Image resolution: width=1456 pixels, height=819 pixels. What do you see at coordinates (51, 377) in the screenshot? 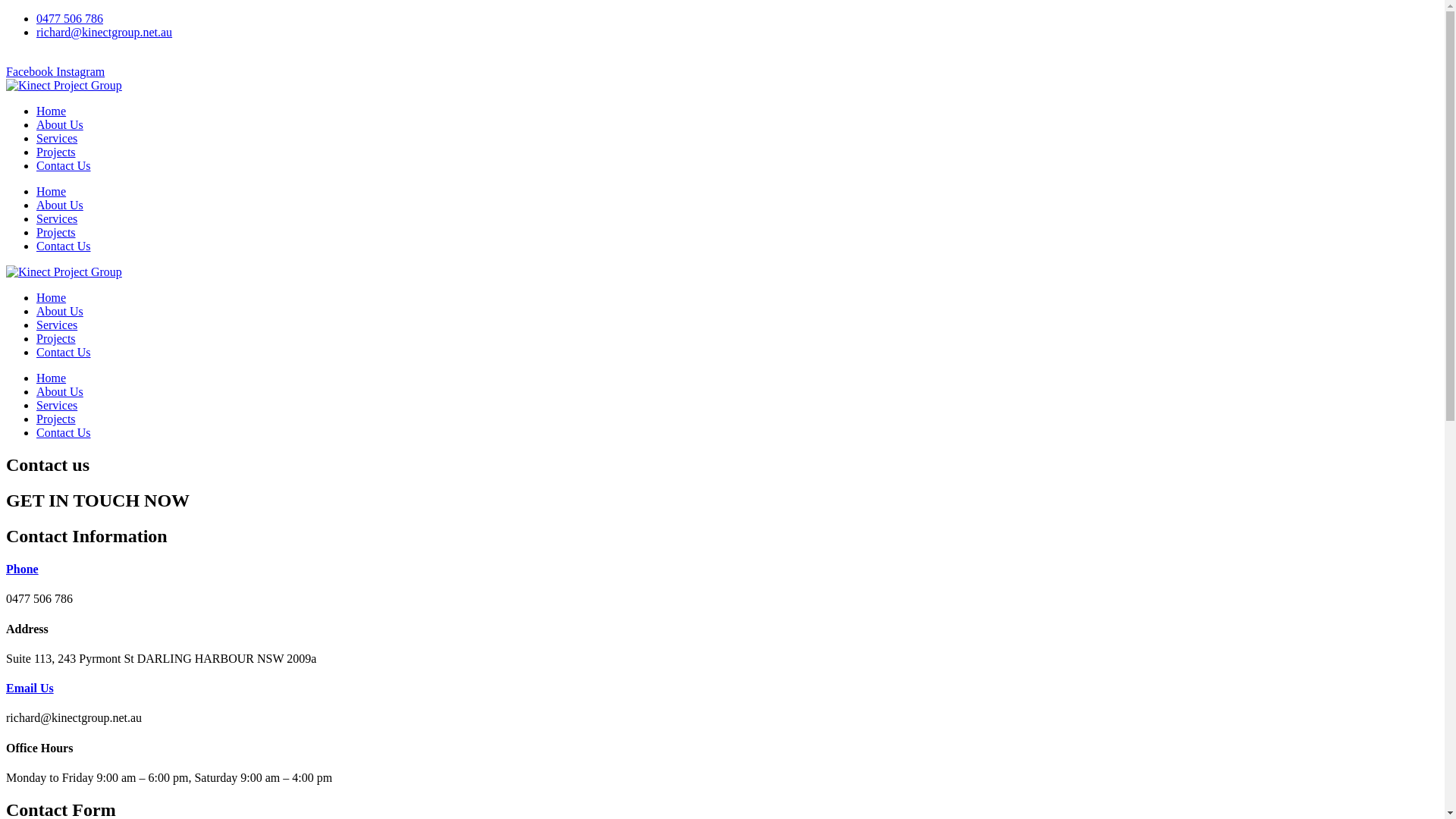
I see `'Home'` at bounding box center [51, 377].